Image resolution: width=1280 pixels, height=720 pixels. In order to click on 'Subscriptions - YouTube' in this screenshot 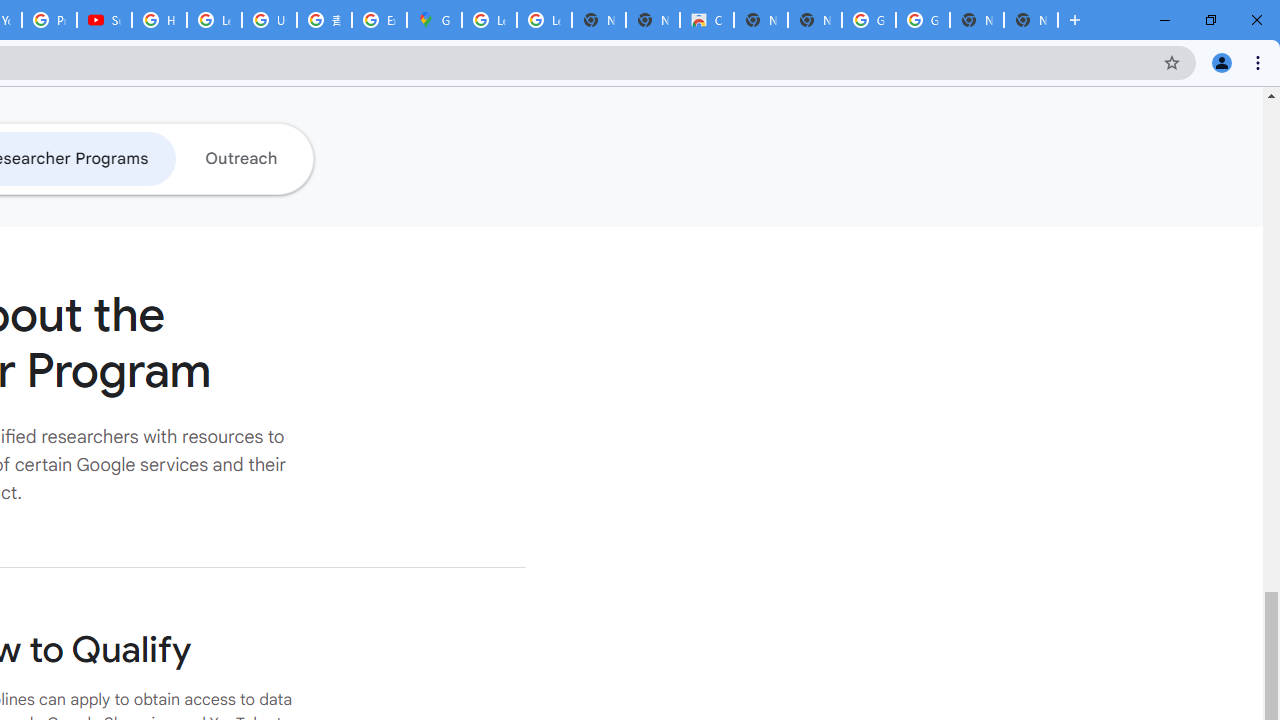, I will do `click(103, 20)`.